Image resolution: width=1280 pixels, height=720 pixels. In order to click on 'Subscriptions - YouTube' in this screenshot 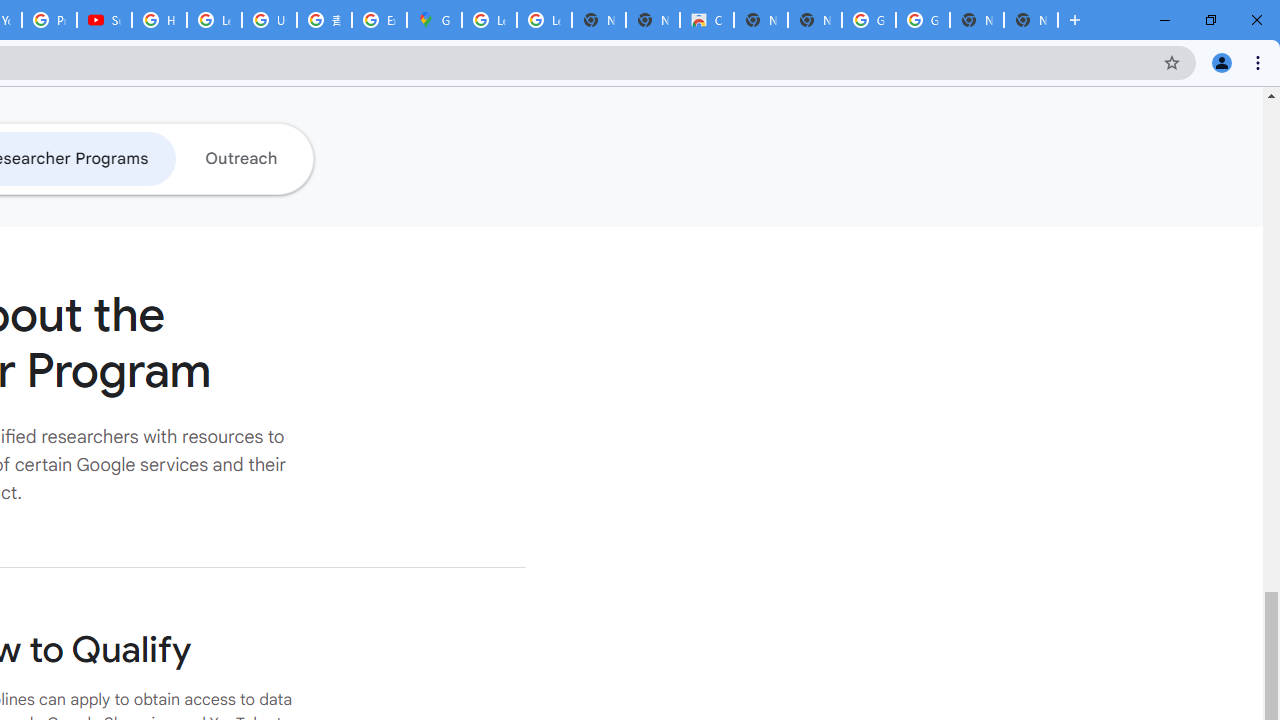, I will do `click(103, 20)`.